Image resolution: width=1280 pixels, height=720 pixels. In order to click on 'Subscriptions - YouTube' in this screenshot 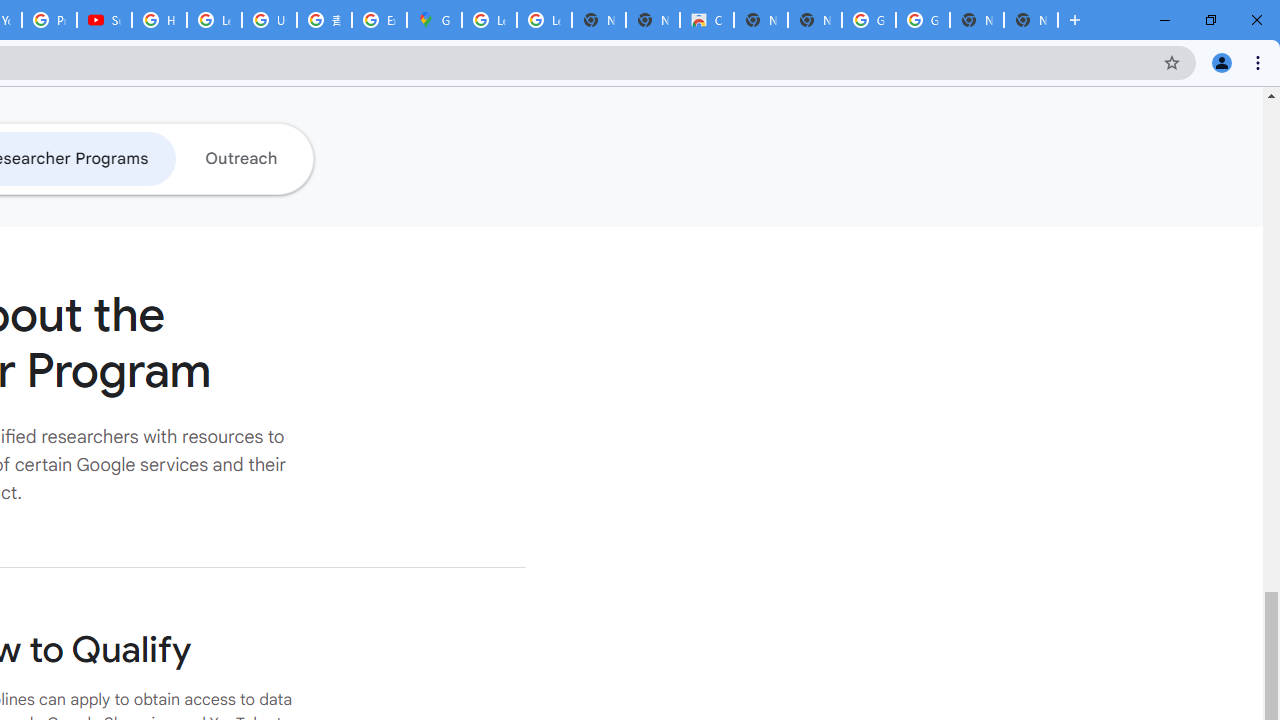, I will do `click(103, 20)`.